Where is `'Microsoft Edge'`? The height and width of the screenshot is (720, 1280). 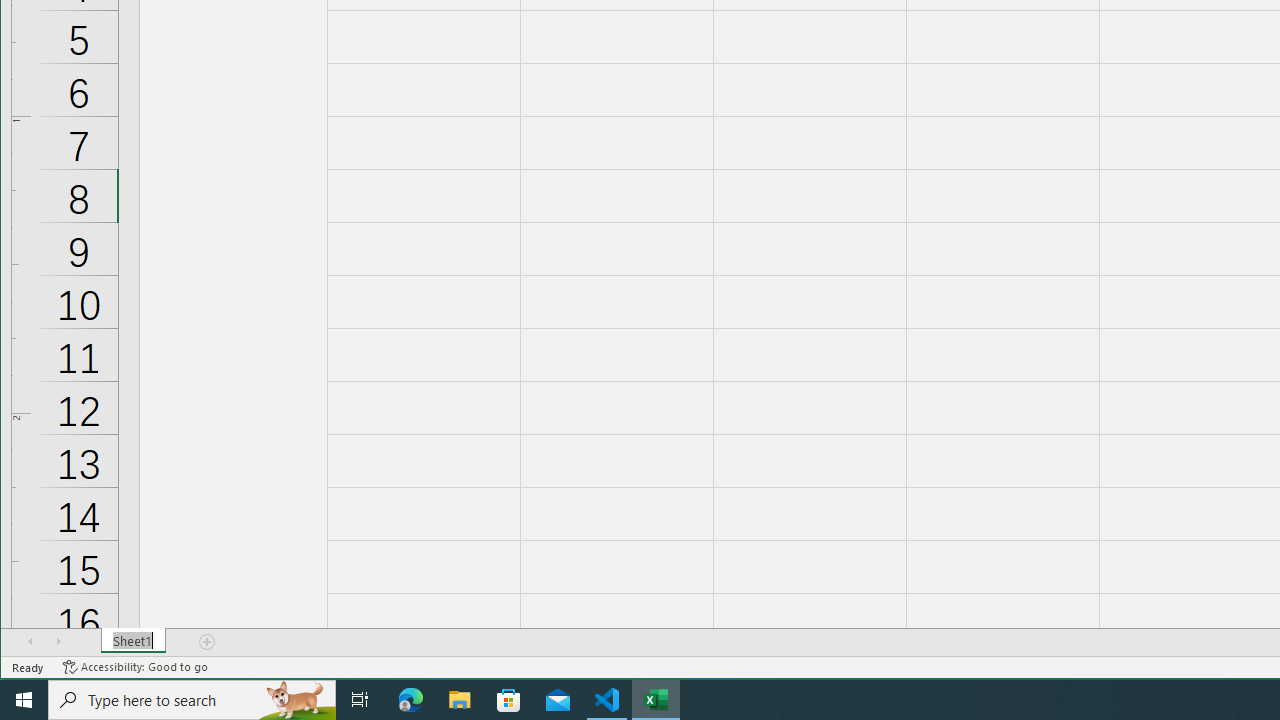 'Microsoft Edge' is located at coordinates (410, 698).